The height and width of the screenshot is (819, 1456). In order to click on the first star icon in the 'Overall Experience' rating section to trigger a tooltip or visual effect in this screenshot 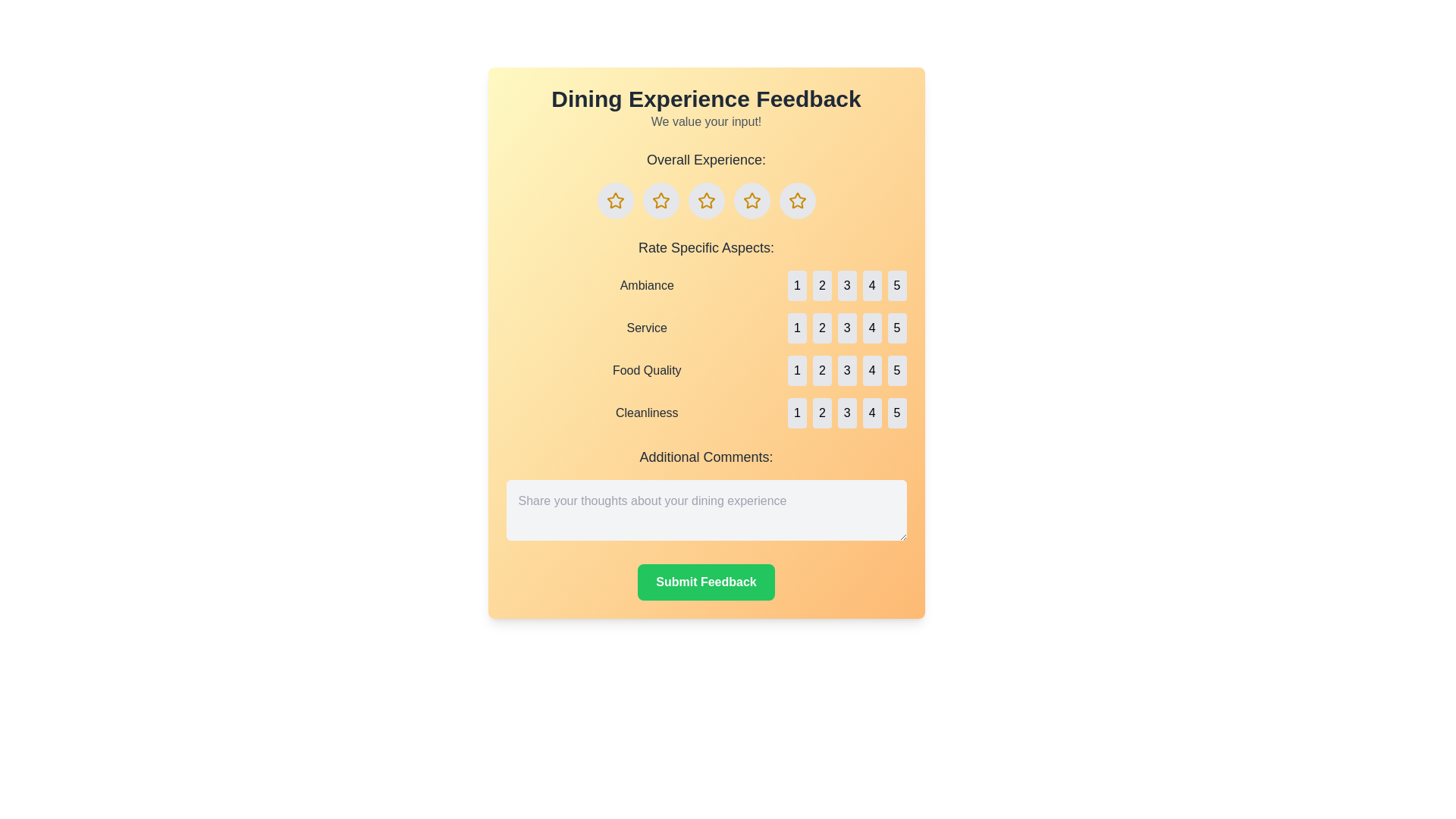, I will do `click(615, 199)`.